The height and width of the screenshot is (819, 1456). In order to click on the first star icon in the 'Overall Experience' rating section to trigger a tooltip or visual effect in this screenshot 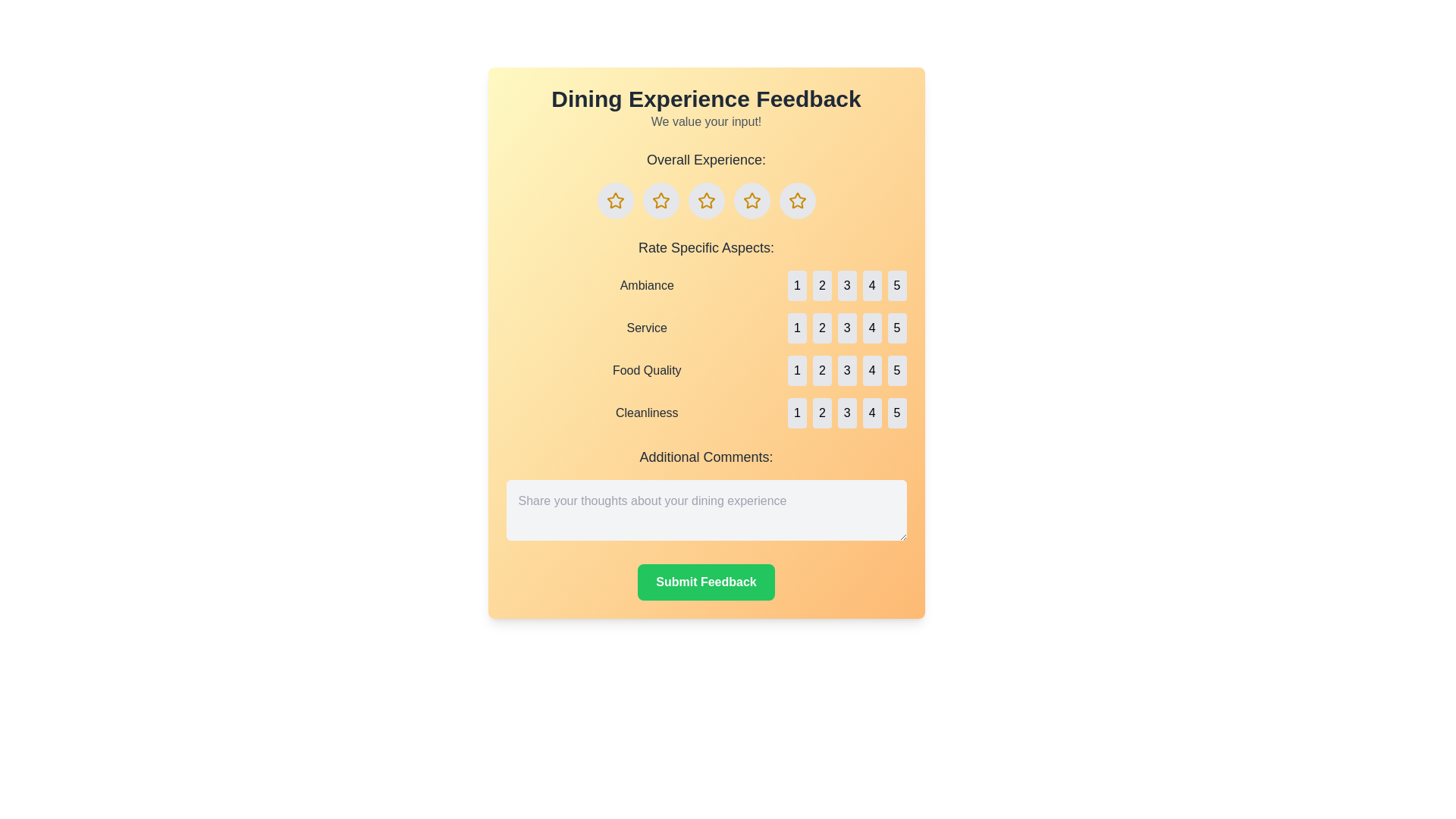, I will do `click(615, 199)`.